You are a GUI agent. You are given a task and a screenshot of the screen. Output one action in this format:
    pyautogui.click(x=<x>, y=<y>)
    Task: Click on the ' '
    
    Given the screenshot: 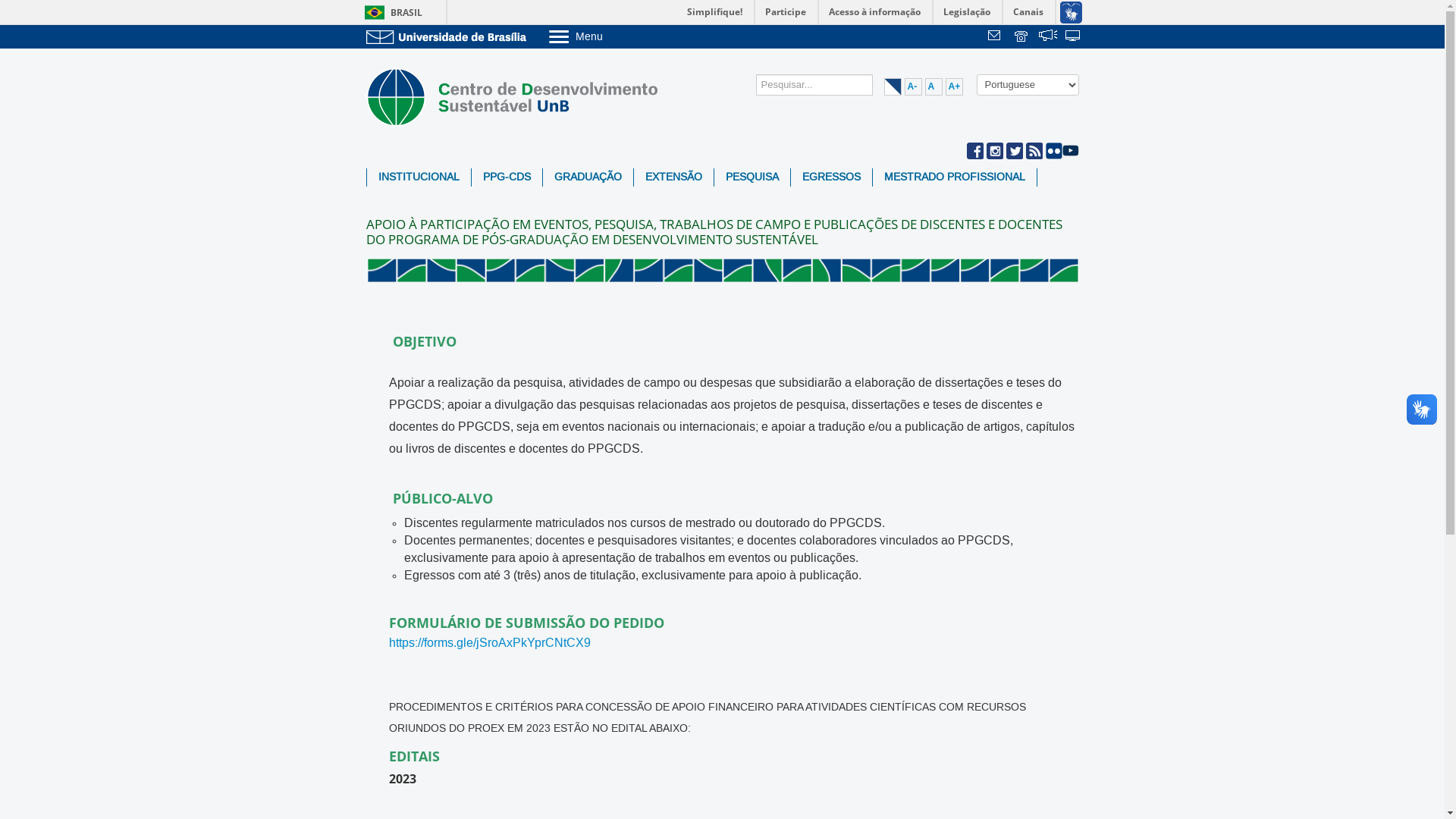 What is the action you would take?
    pyautogui.click(x=1012, y=36)
    